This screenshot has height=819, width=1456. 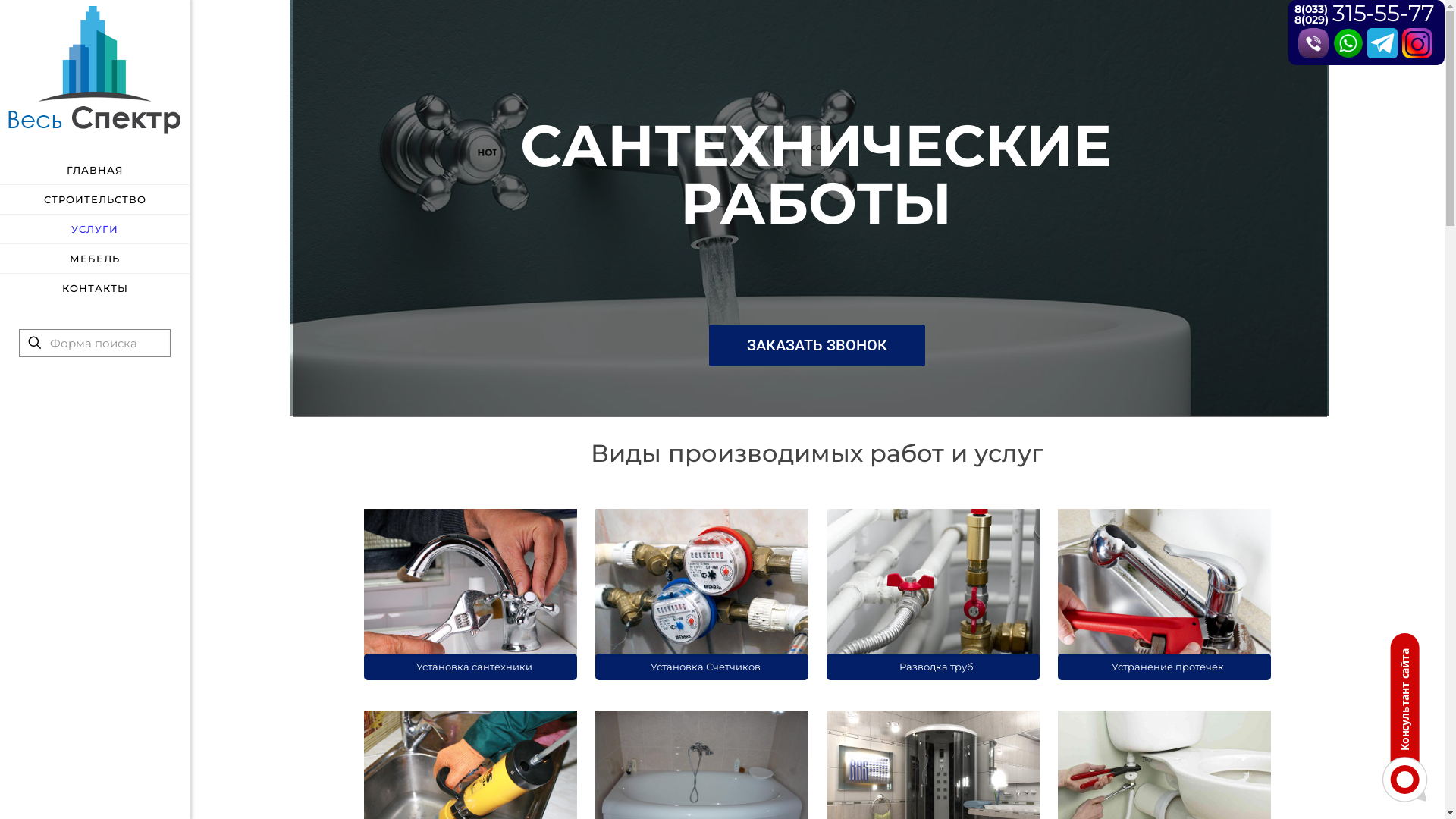 I want to click on '8(029)', so click(x=1310, y=20).